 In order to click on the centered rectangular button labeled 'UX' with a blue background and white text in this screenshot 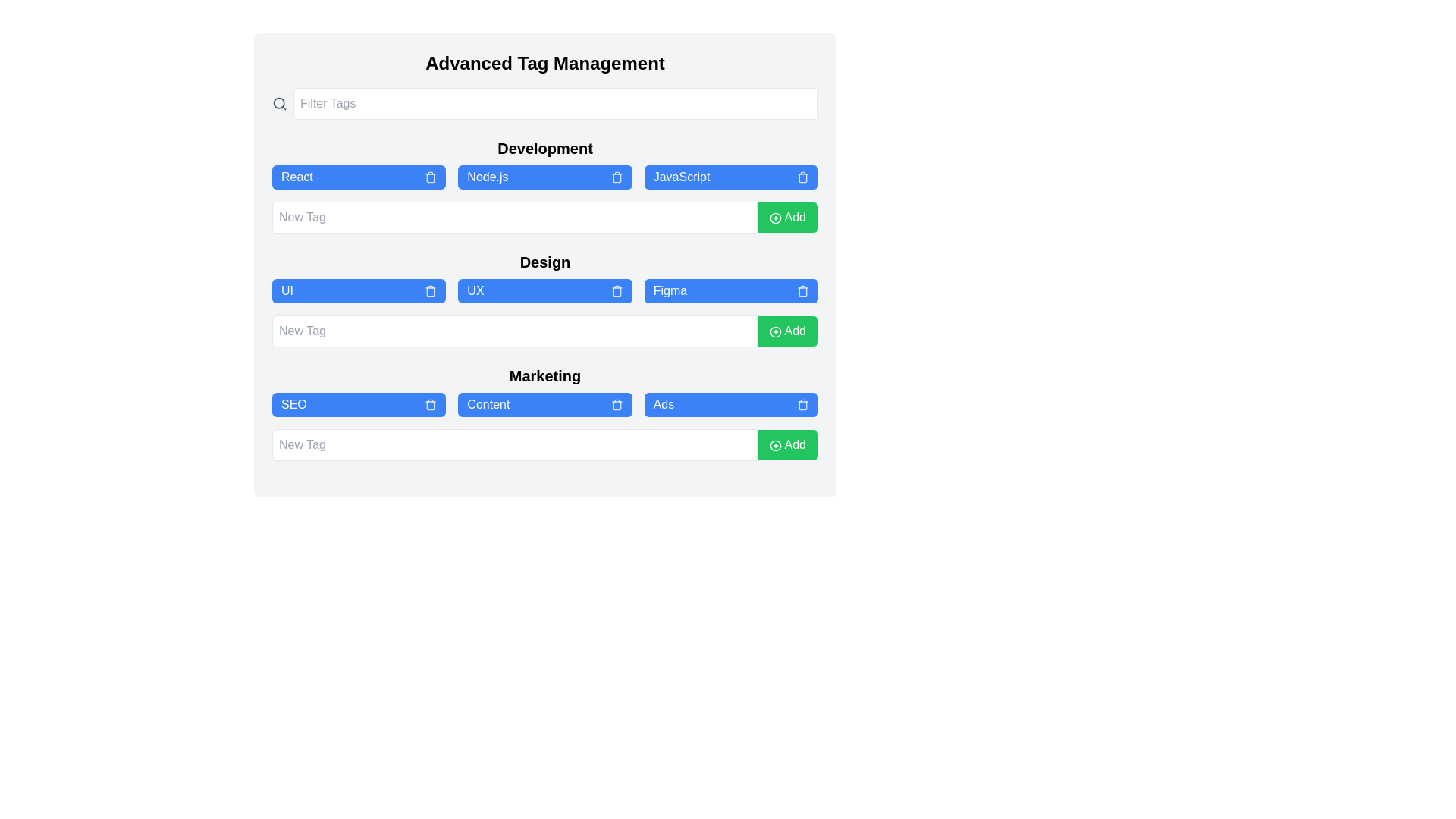, I will do `click(545, 299)`.